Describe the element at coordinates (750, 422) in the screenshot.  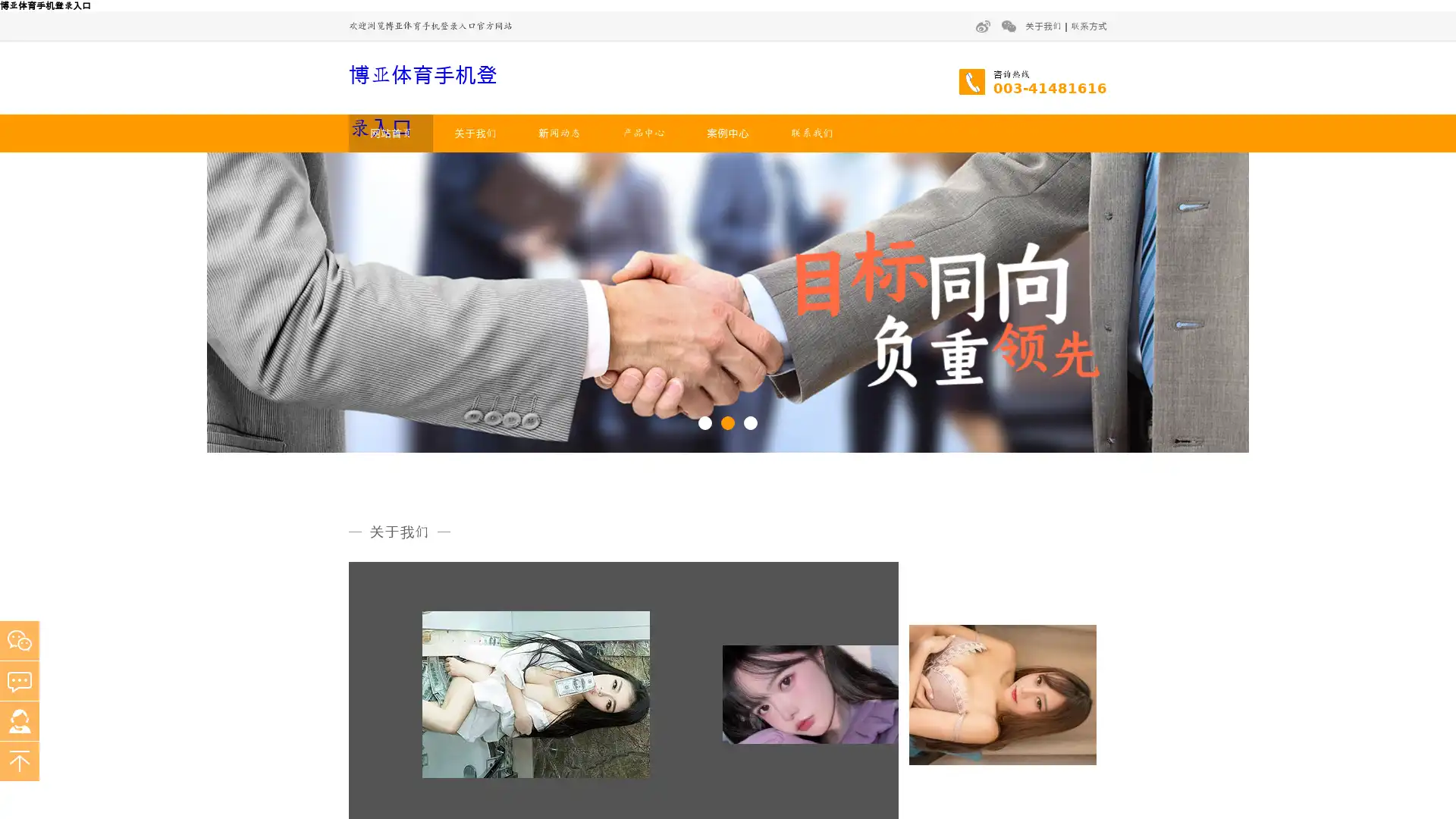
I see `3` at that location.